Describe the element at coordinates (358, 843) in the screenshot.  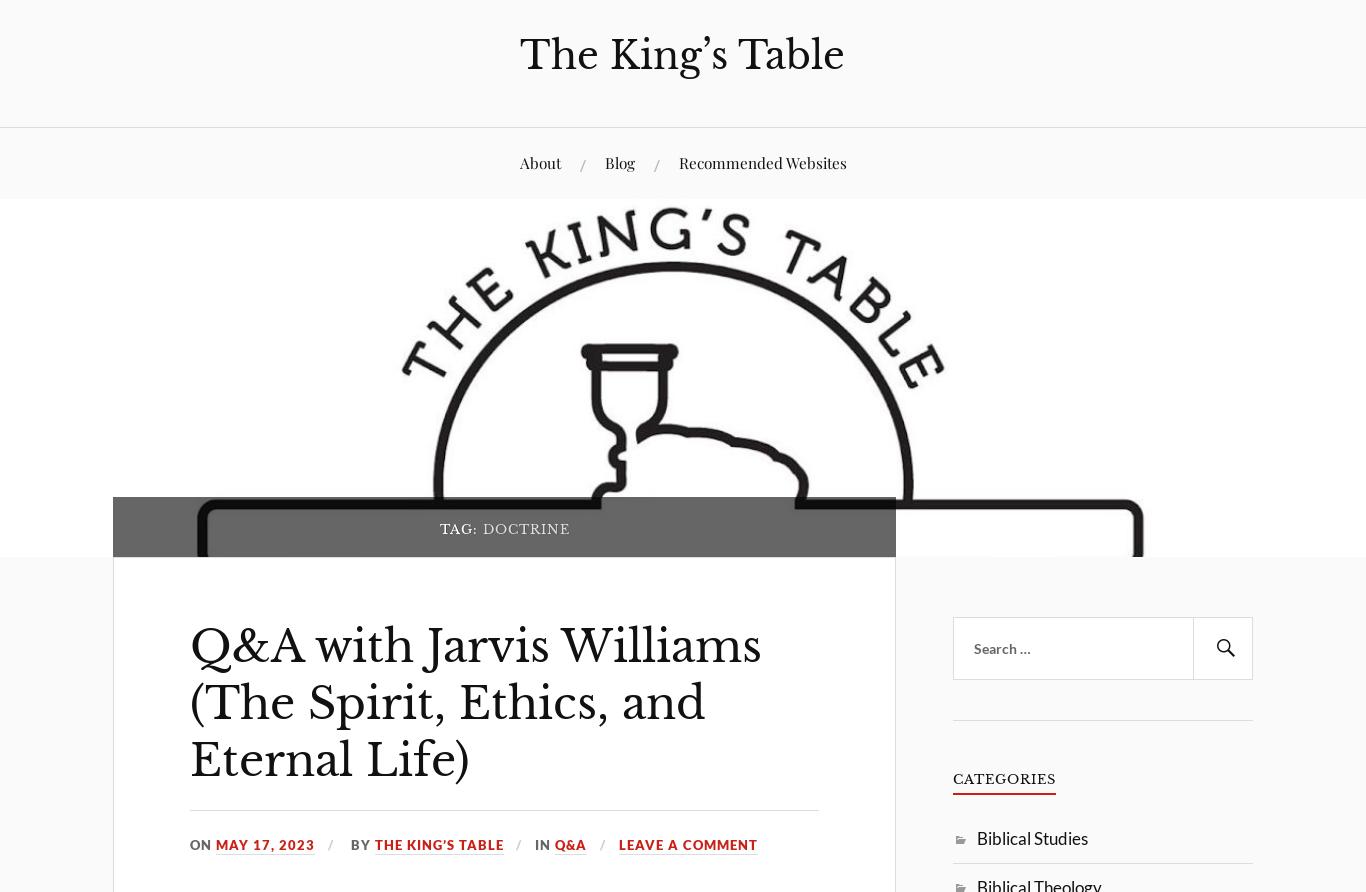
I see `'By'` at that location.